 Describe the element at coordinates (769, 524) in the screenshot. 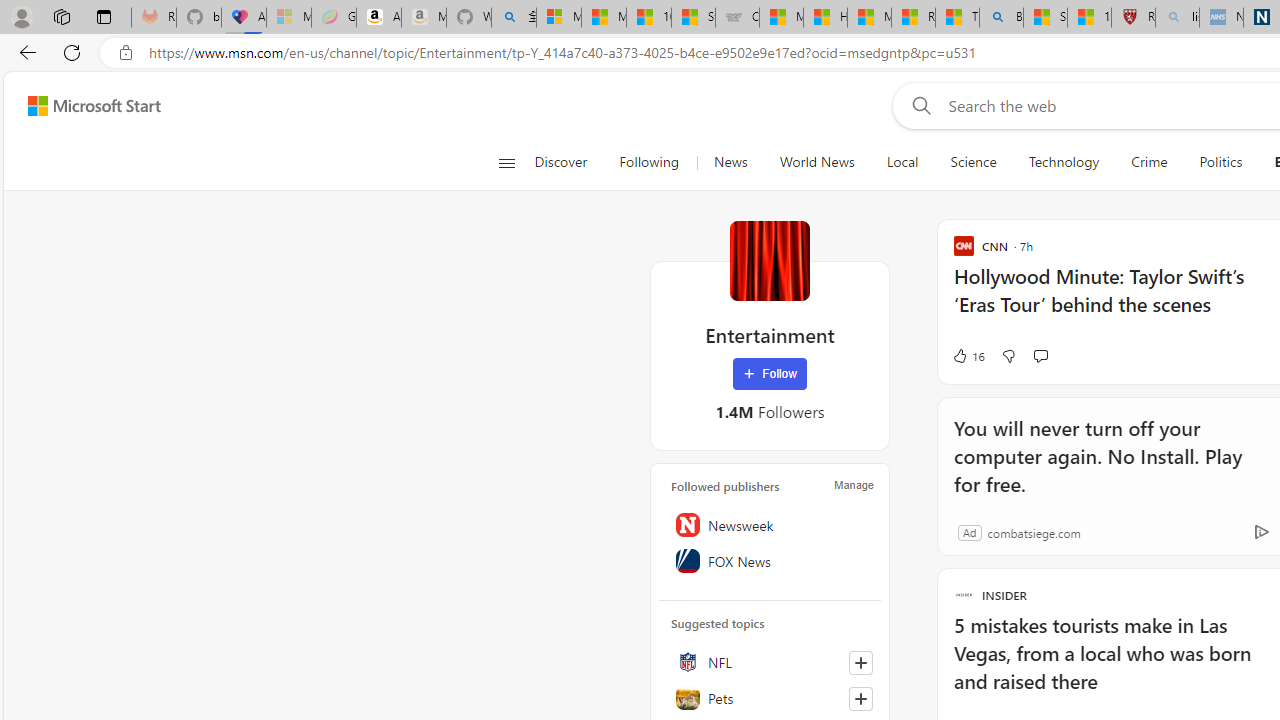

I see `'Newsweek'` at that location.